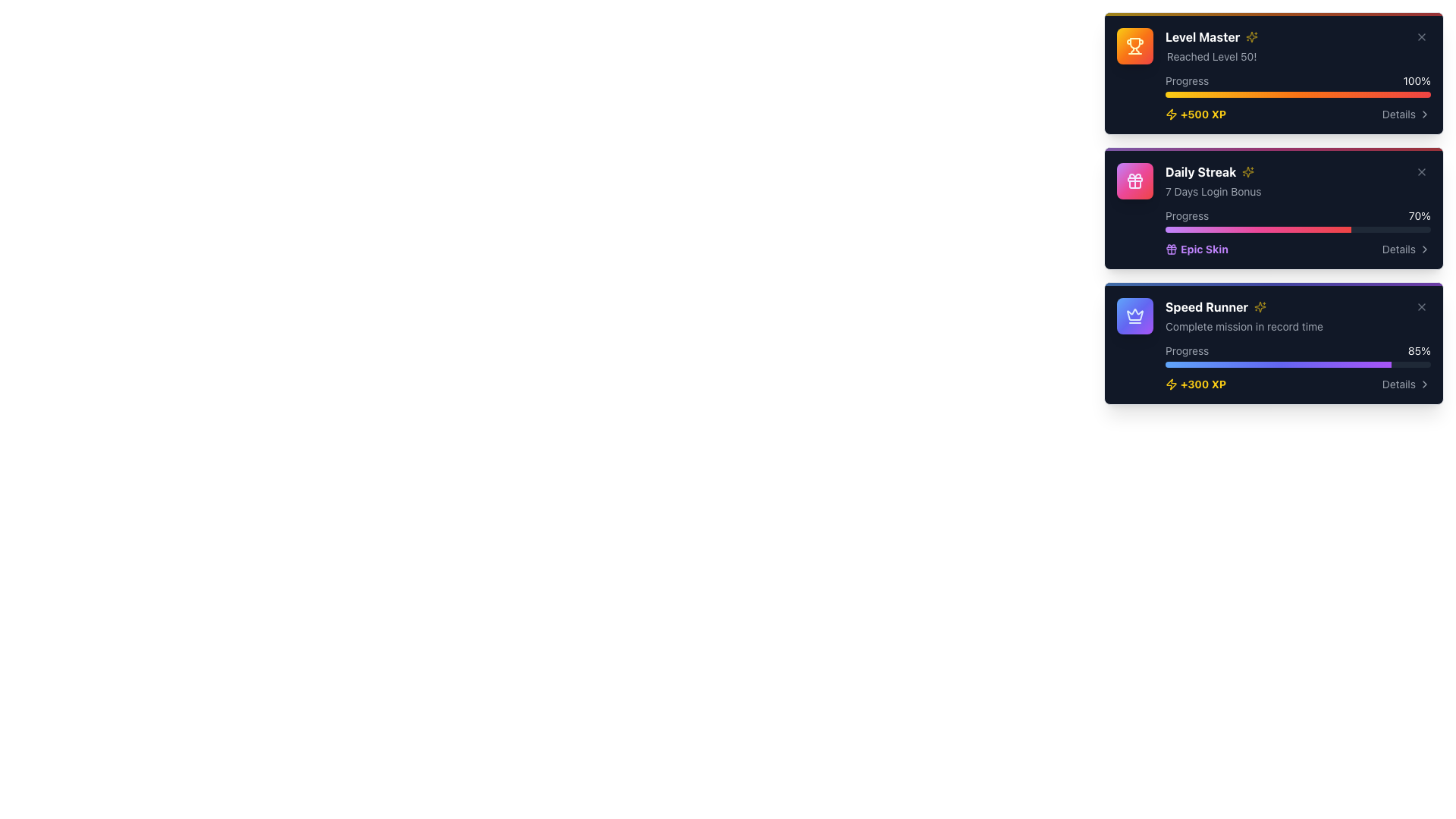 This screenshot has width=1456, height=819. I want to click on the Decorative Rectangle in the gift icon located at the top portion of the icon area, which is part of a grouping of reward badges on the right side of the interface, so click(1135, 178).